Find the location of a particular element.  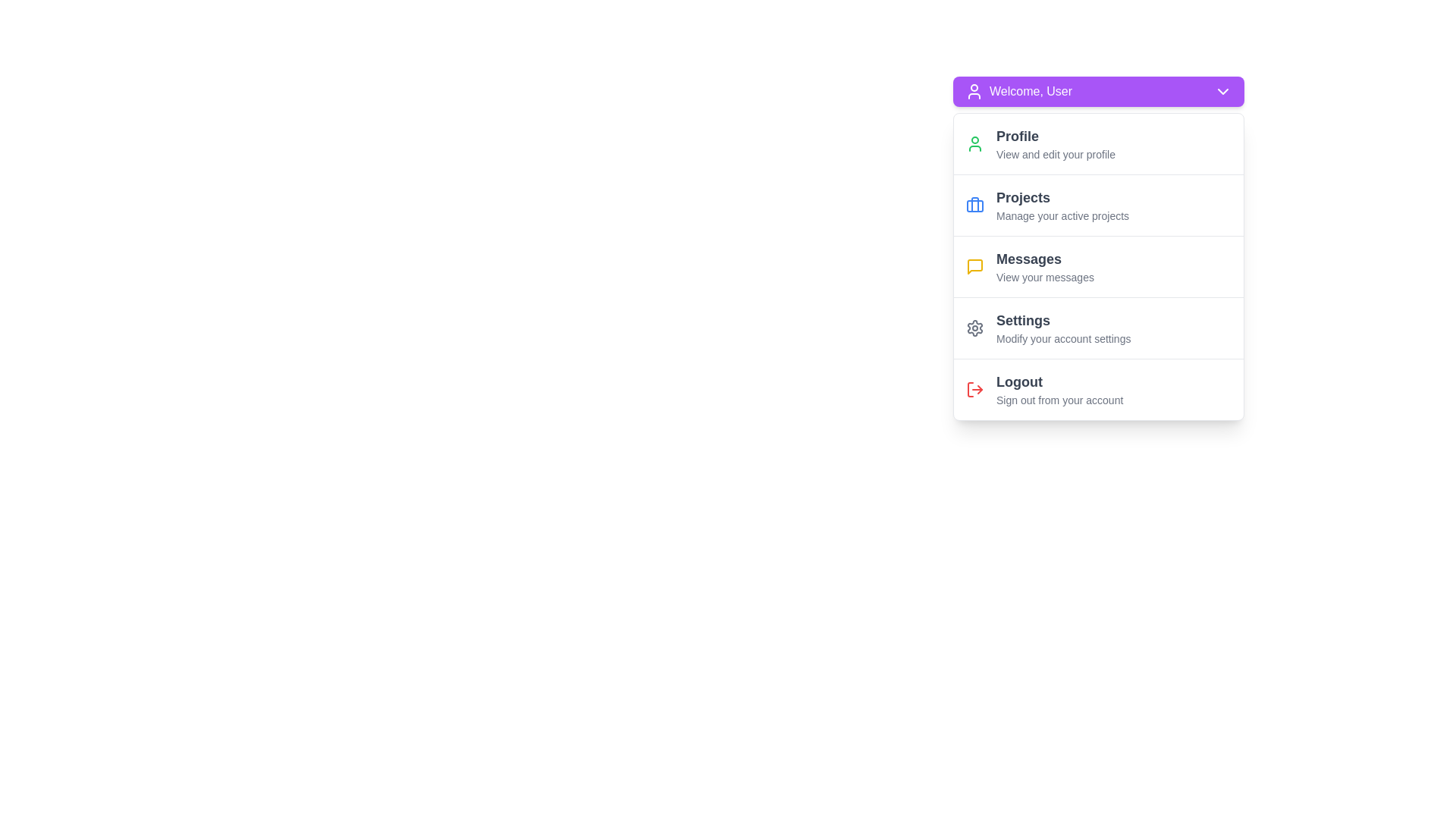

an option from the dropdown menu located below the purple header labeled 'Welcome, User' is located at coordinates (1099, 265).